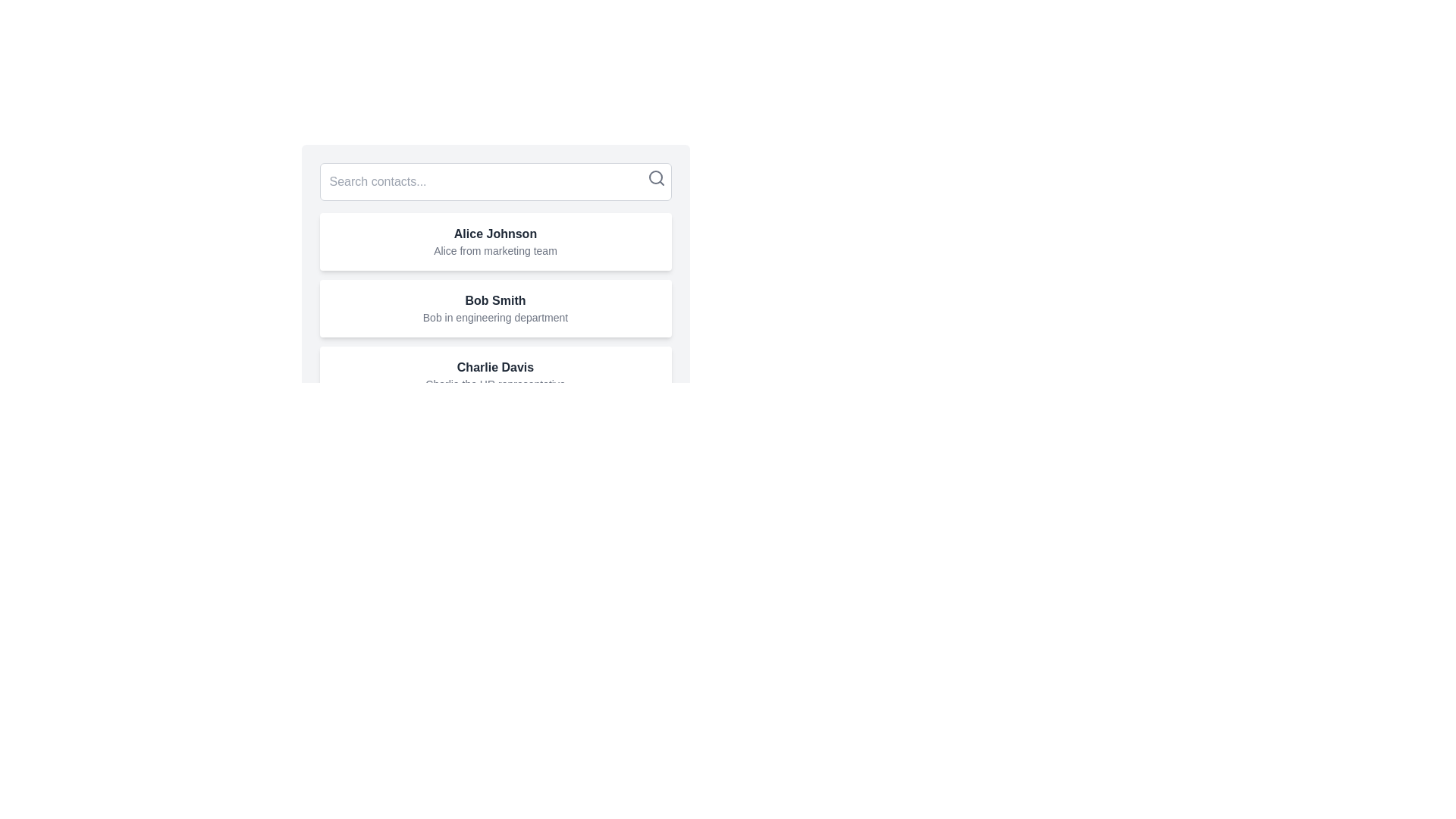  Describe the element at coordinates (495, 308) in the screenshot. I see `the second entry in the list of contact information, which is positioned between 'Alice Johnson' and 'Charlie Davis'` at that location.